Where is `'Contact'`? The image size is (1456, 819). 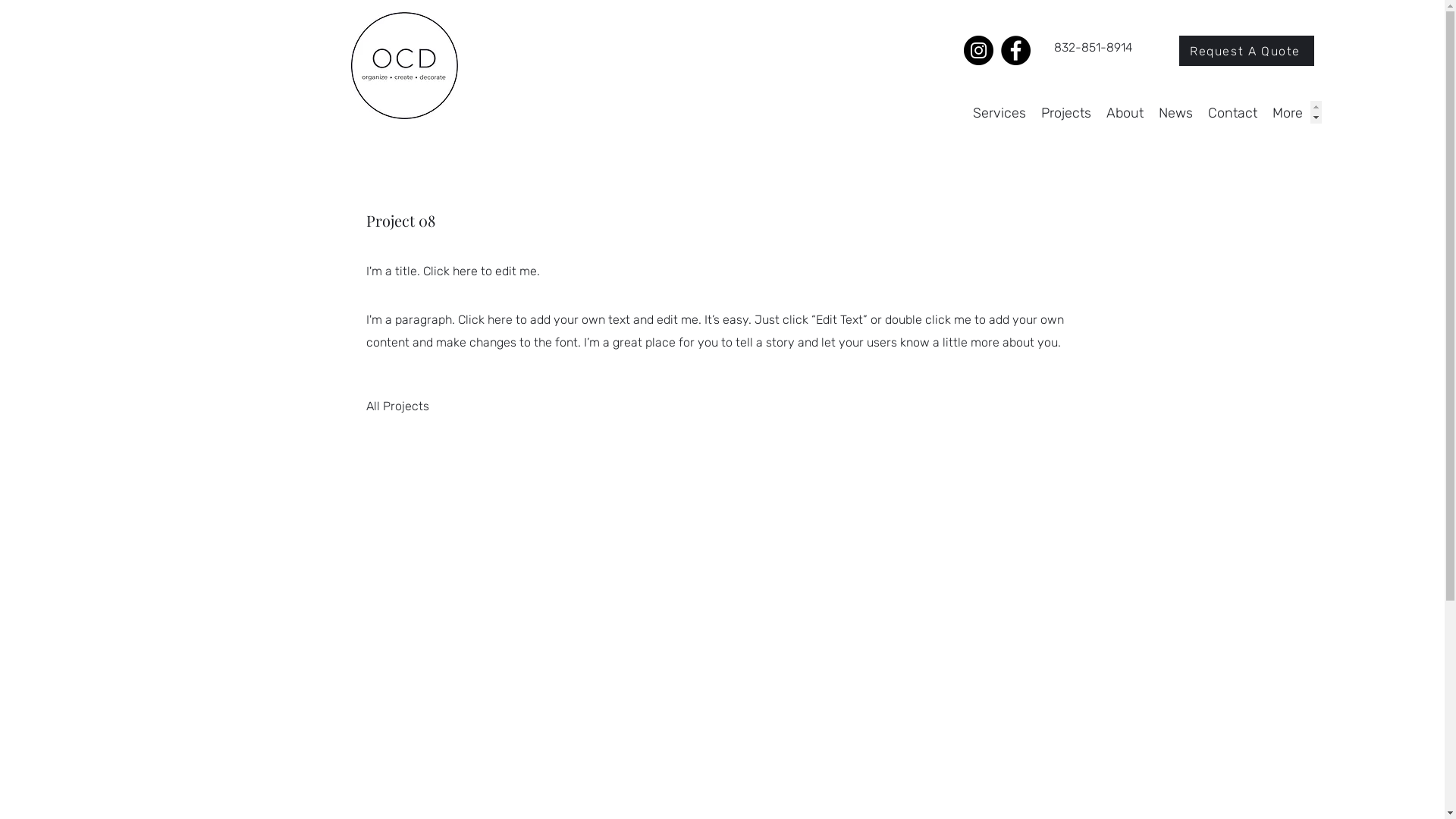
'Contact' is located at coordinates (1200, 111).